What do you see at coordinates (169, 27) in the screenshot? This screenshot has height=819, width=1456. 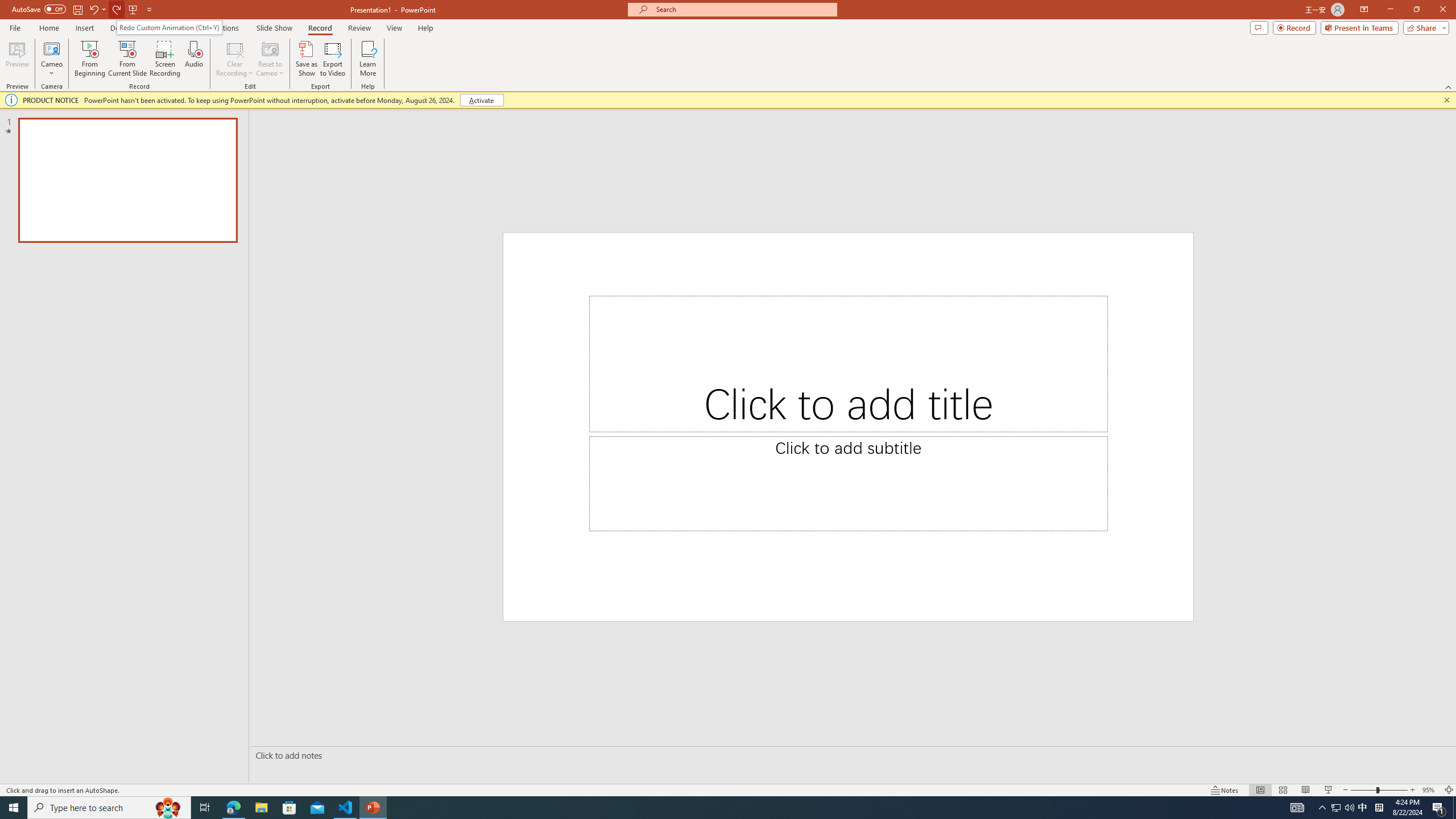 I see `'Redo Custom Animation (Ctrl+Y)'` at bounding box center [169, 27].